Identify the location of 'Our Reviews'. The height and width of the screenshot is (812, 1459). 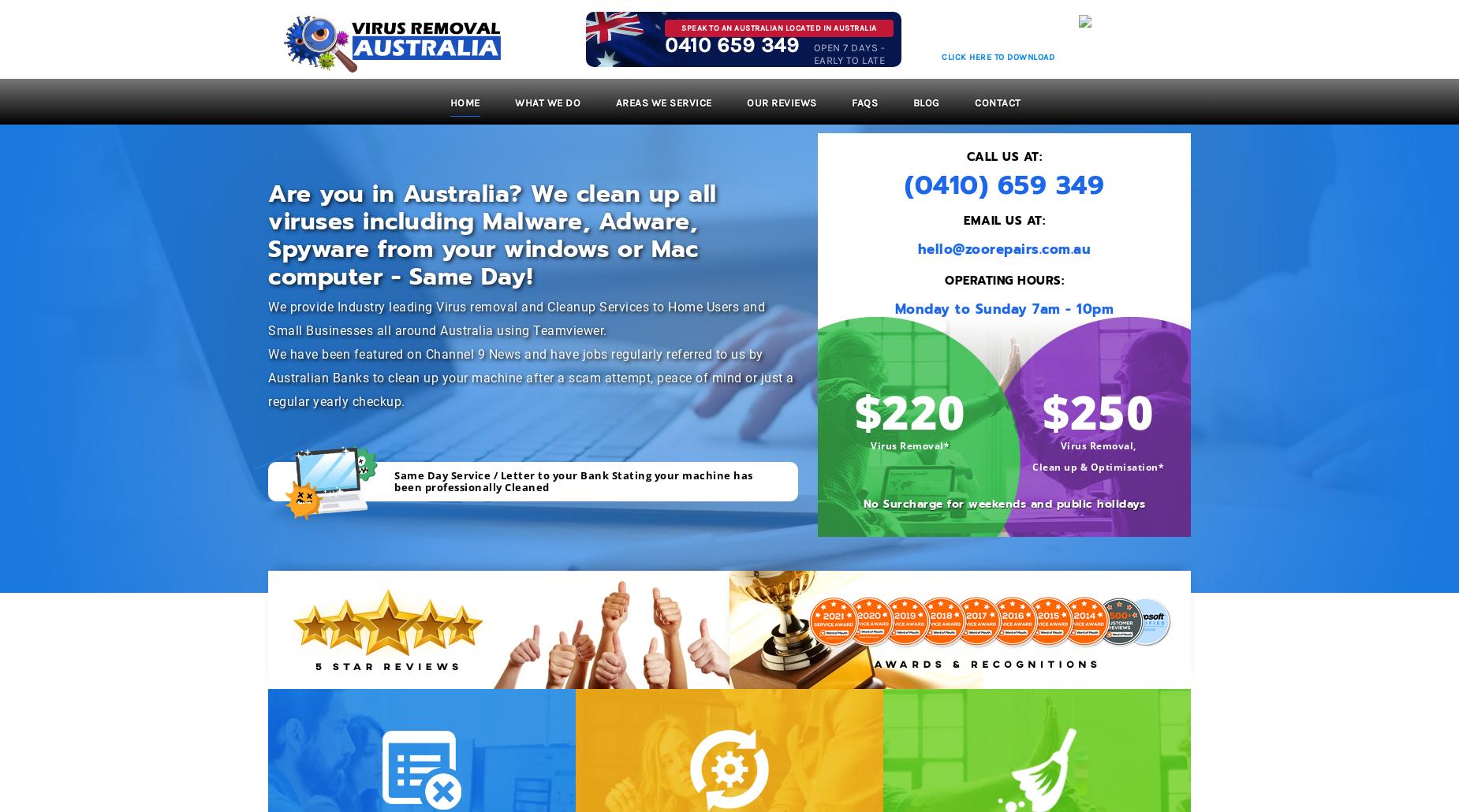
(781, 102).